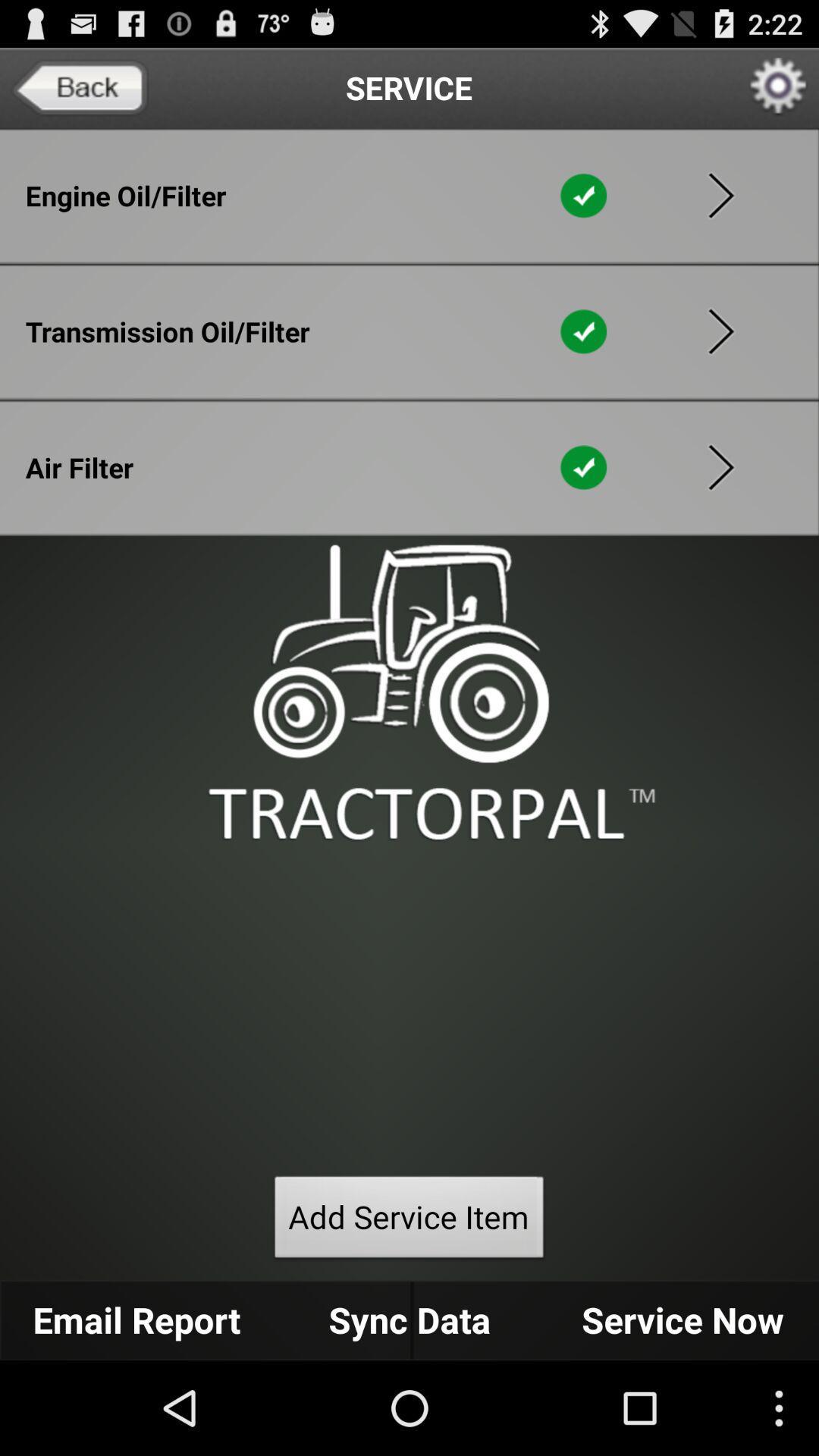 Image resolution: width=819 pixels, height=1456 pixels. Describe the element at coordinates (720, 466) in the screenshot. I see `forword` at that location.